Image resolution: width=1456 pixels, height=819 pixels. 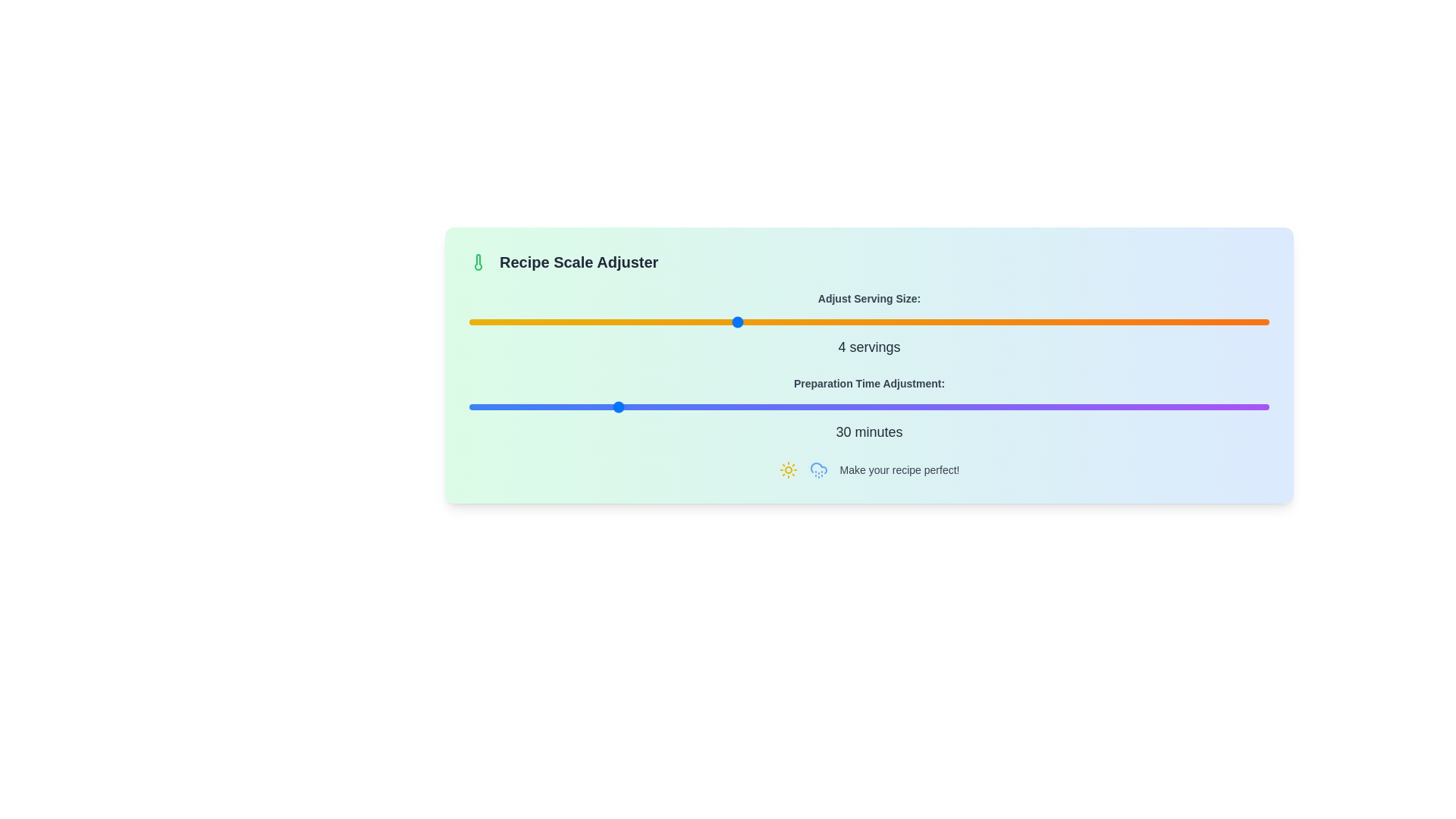 I want to click on the serving size, so click(x=469, y=321).